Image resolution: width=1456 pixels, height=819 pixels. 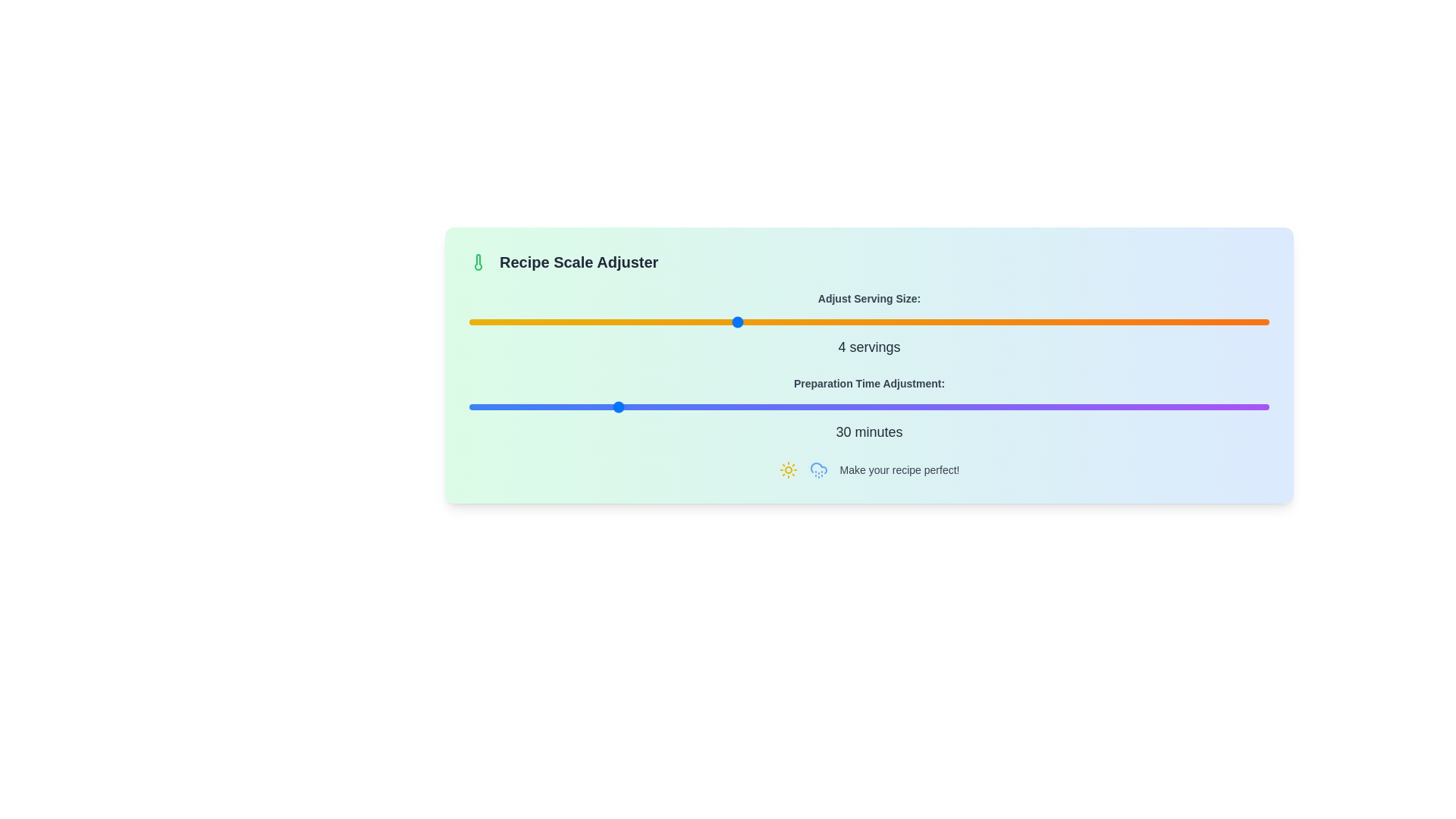 I want to click on the serving size, so click(x=469, y=321).